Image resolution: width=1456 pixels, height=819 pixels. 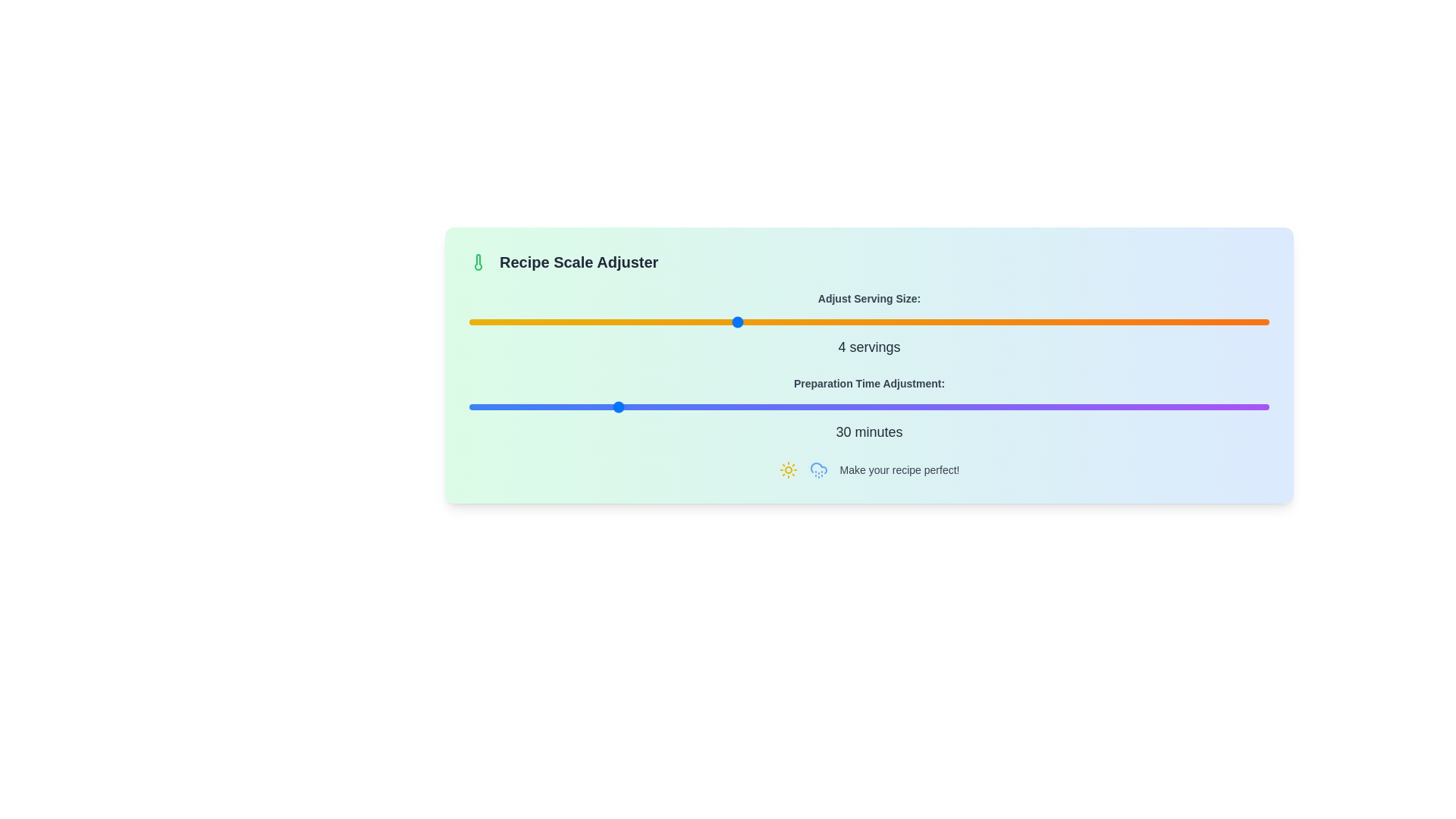 I want to click on the serving size, so click(x=469, y=321).